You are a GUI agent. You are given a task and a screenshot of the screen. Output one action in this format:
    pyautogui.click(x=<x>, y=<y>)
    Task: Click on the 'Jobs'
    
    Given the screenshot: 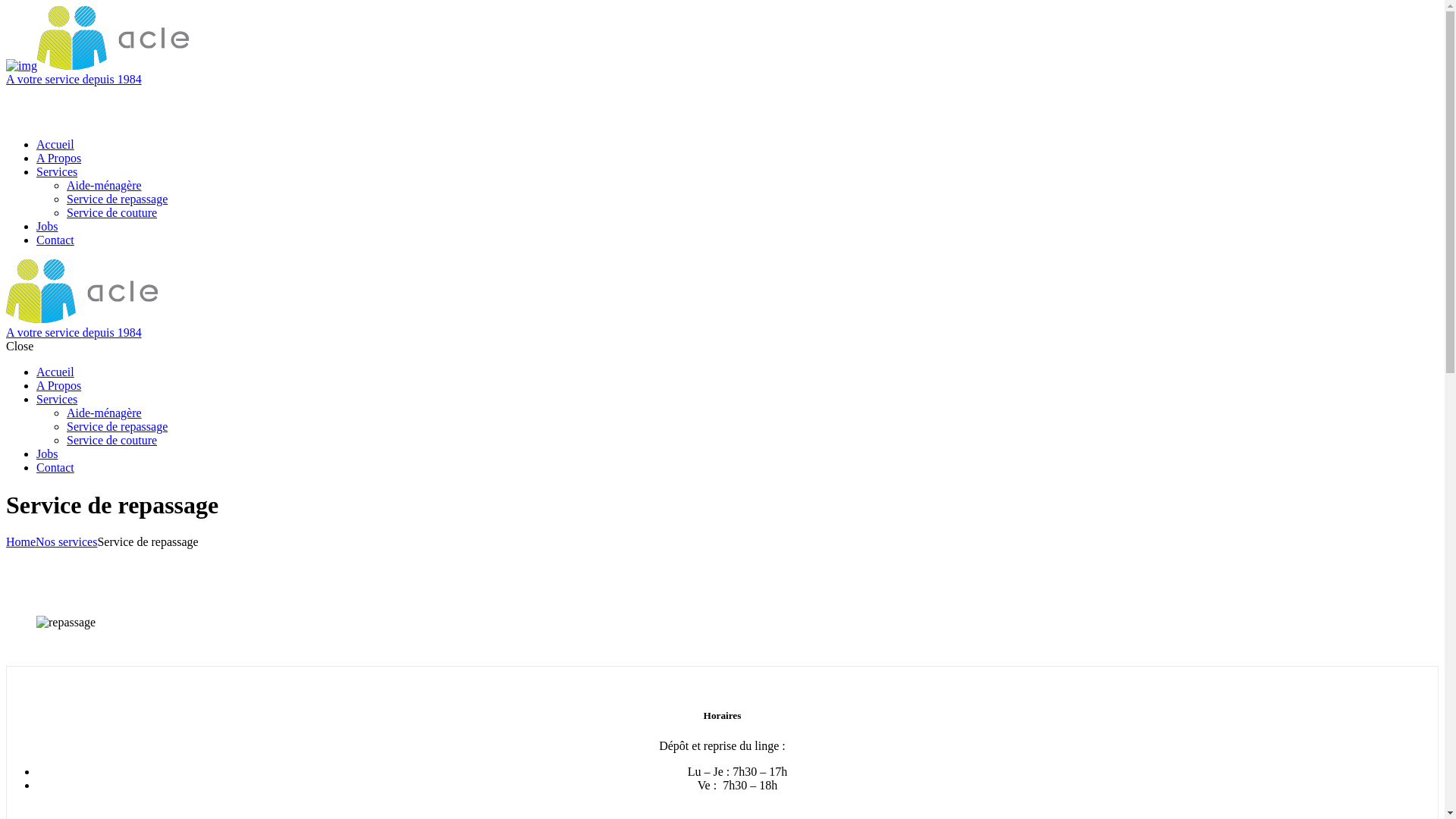 What is the action you would take?
    pyautogui.click(x=47, y=226)
    